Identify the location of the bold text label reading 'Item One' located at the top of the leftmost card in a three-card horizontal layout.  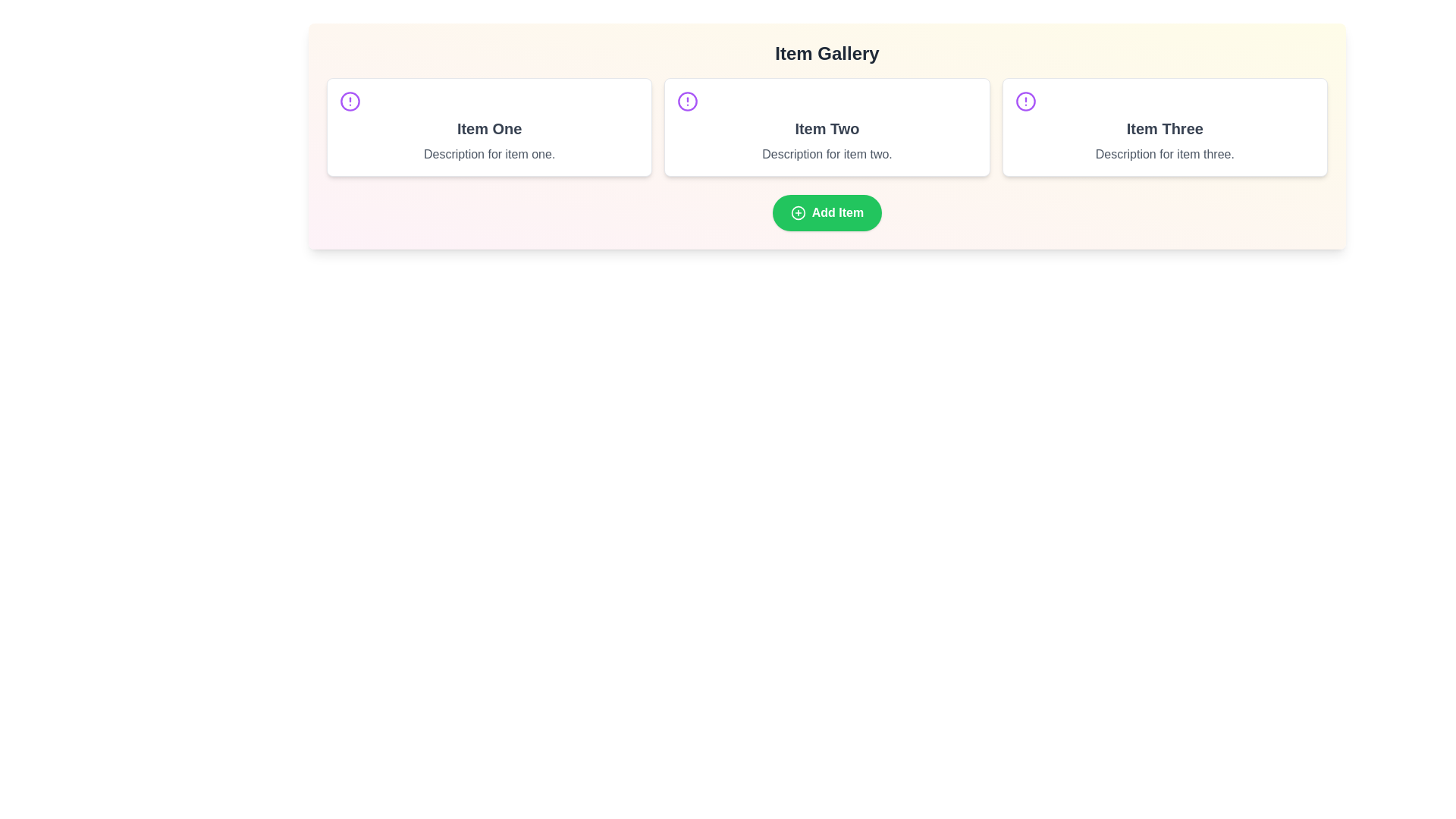
(489, 127).